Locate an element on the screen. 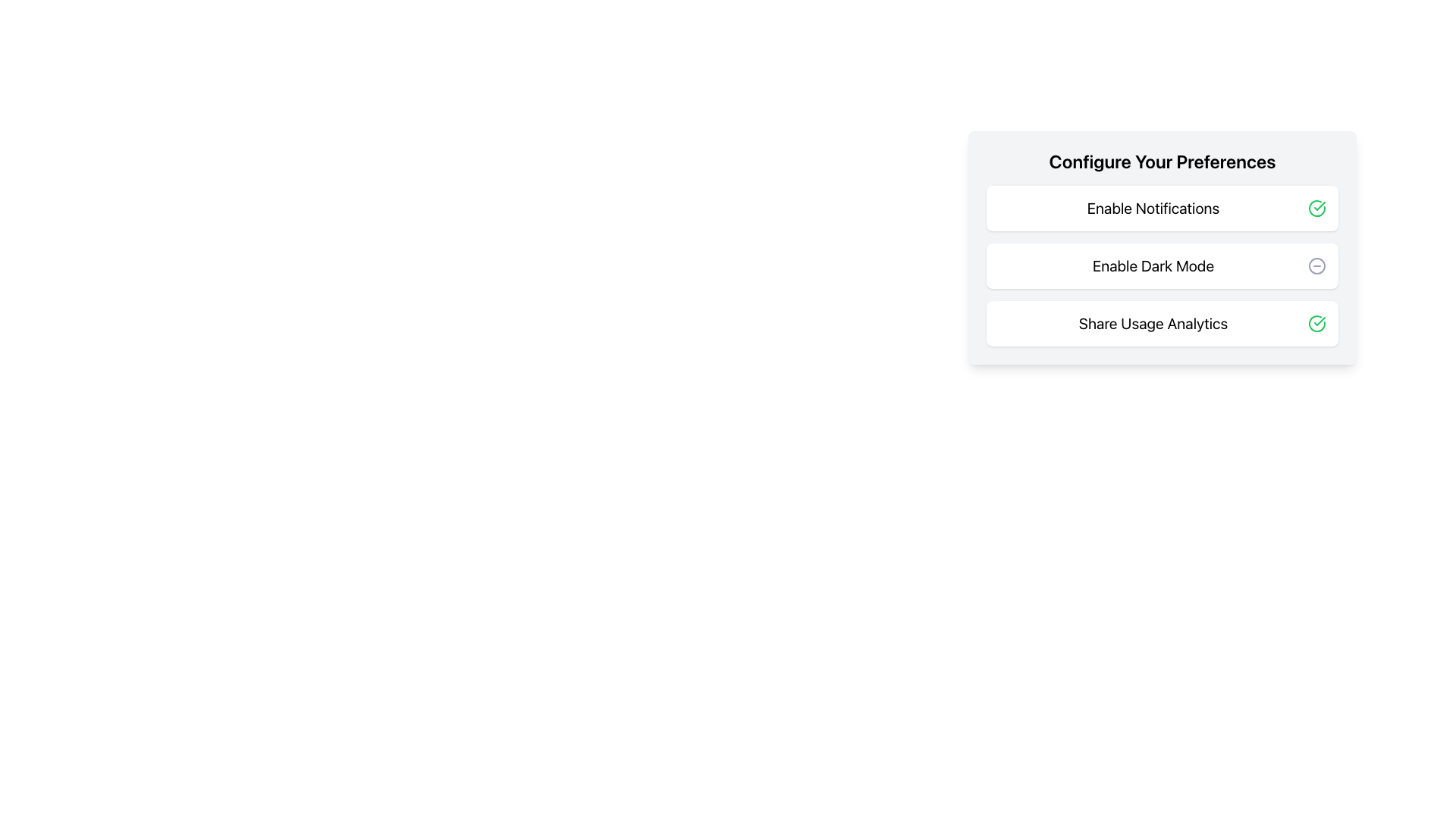  the 'Enable Dark Mode' toggle control in the 'Configure Your Preferences' panel is located at coordinates (1161, 247).